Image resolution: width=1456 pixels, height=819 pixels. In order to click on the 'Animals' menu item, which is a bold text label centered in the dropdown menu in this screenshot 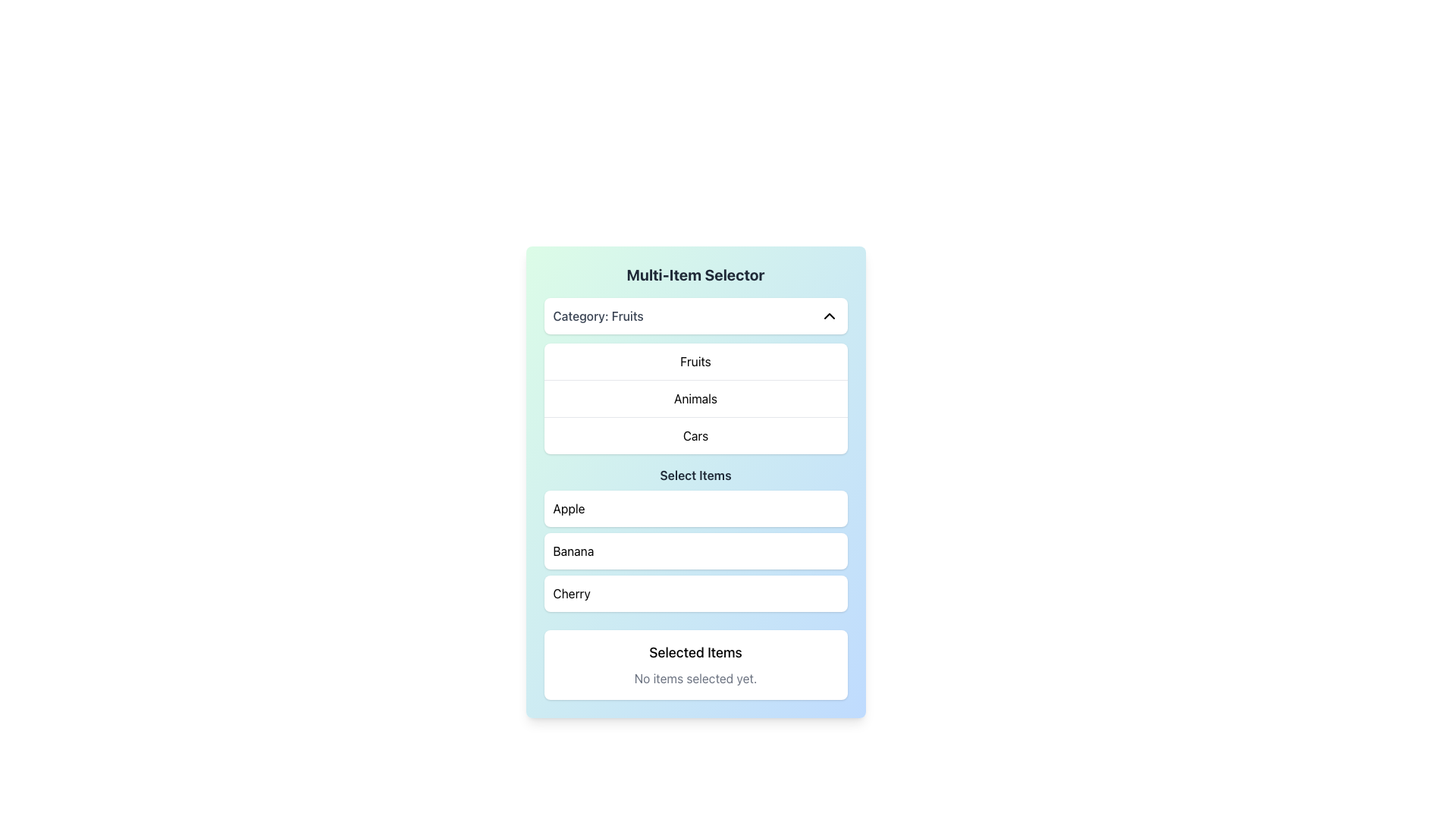, I will do `click(695, 397)`.